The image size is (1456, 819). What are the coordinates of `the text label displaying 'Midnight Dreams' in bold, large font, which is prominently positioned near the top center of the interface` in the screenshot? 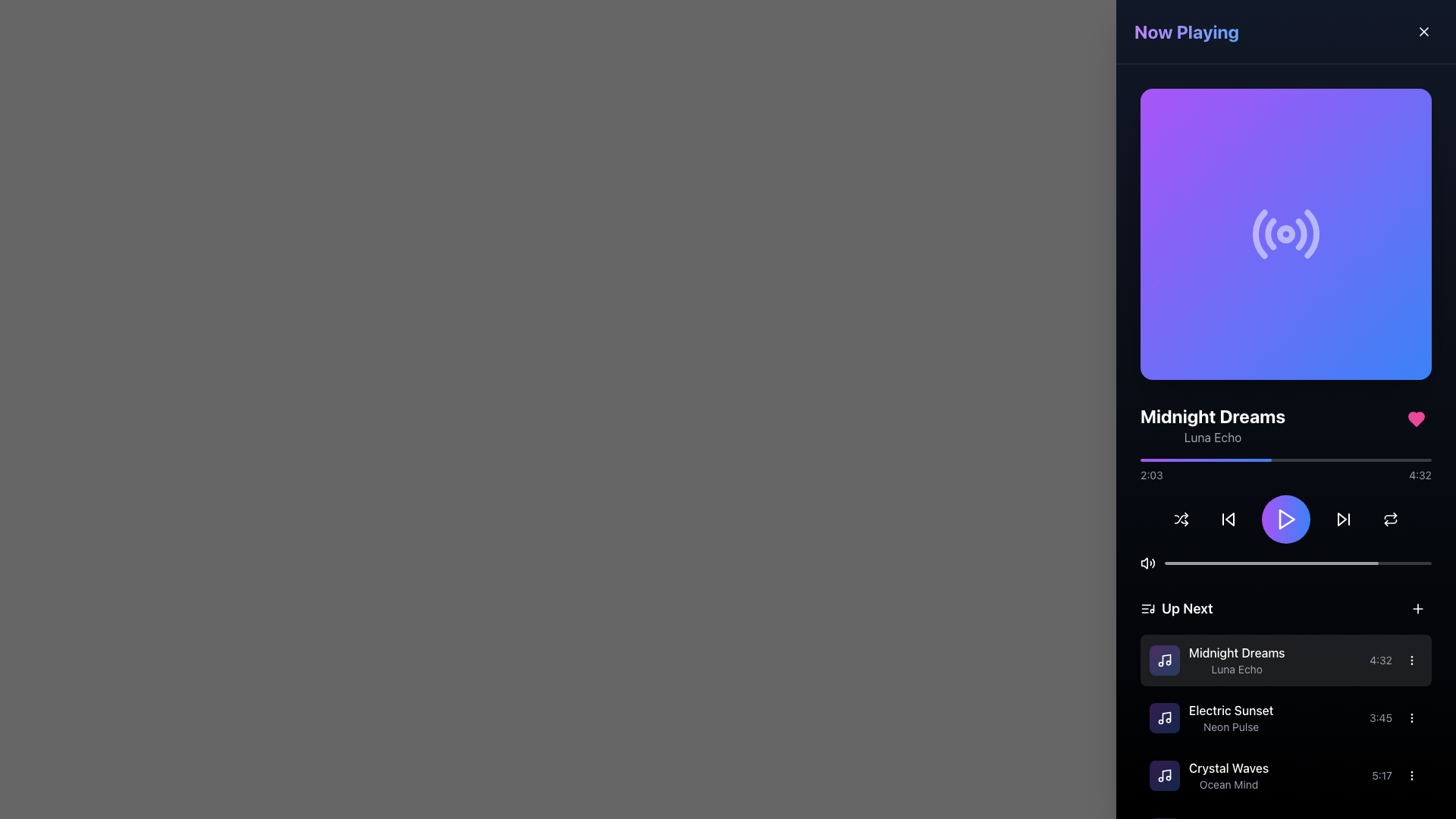 It's located at (1212, 416).